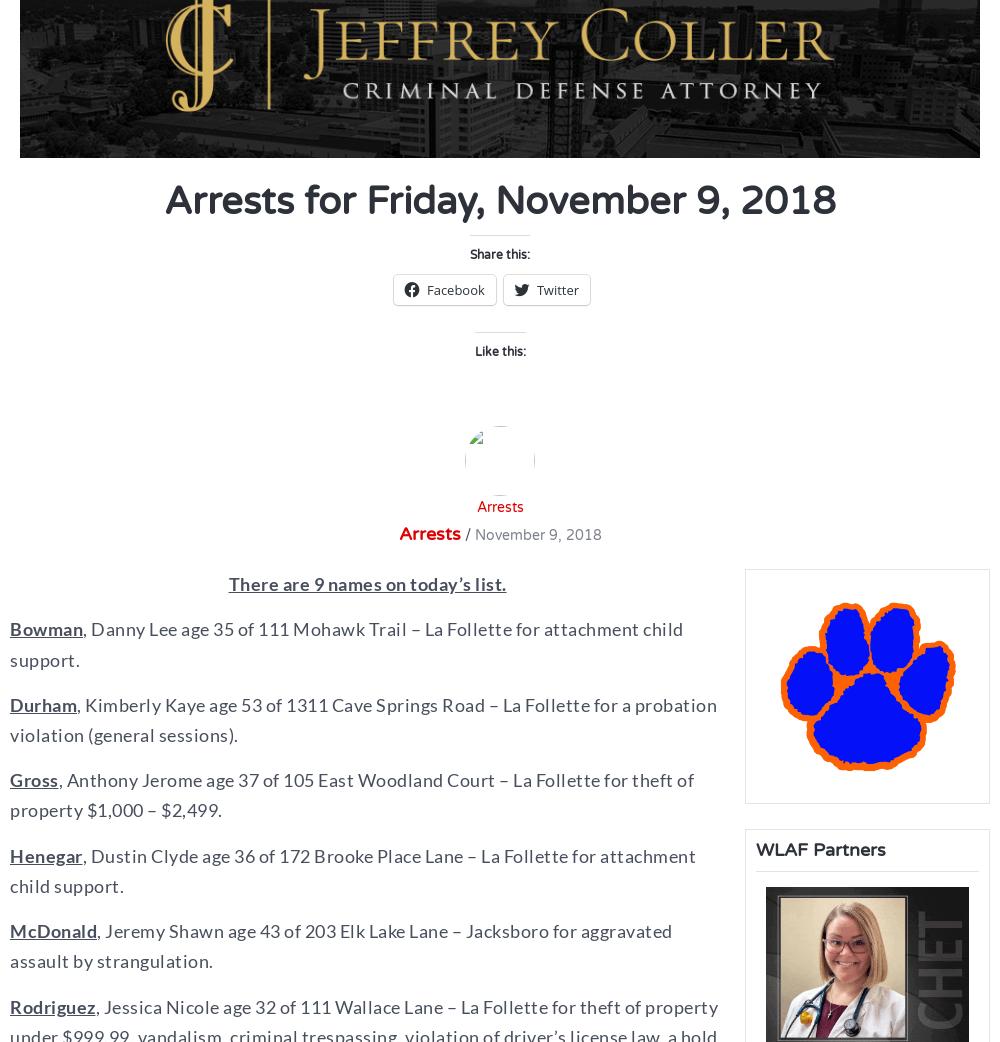  I want to click on 'Arrests for Friday, November 9, 2018', so click(164, 200).